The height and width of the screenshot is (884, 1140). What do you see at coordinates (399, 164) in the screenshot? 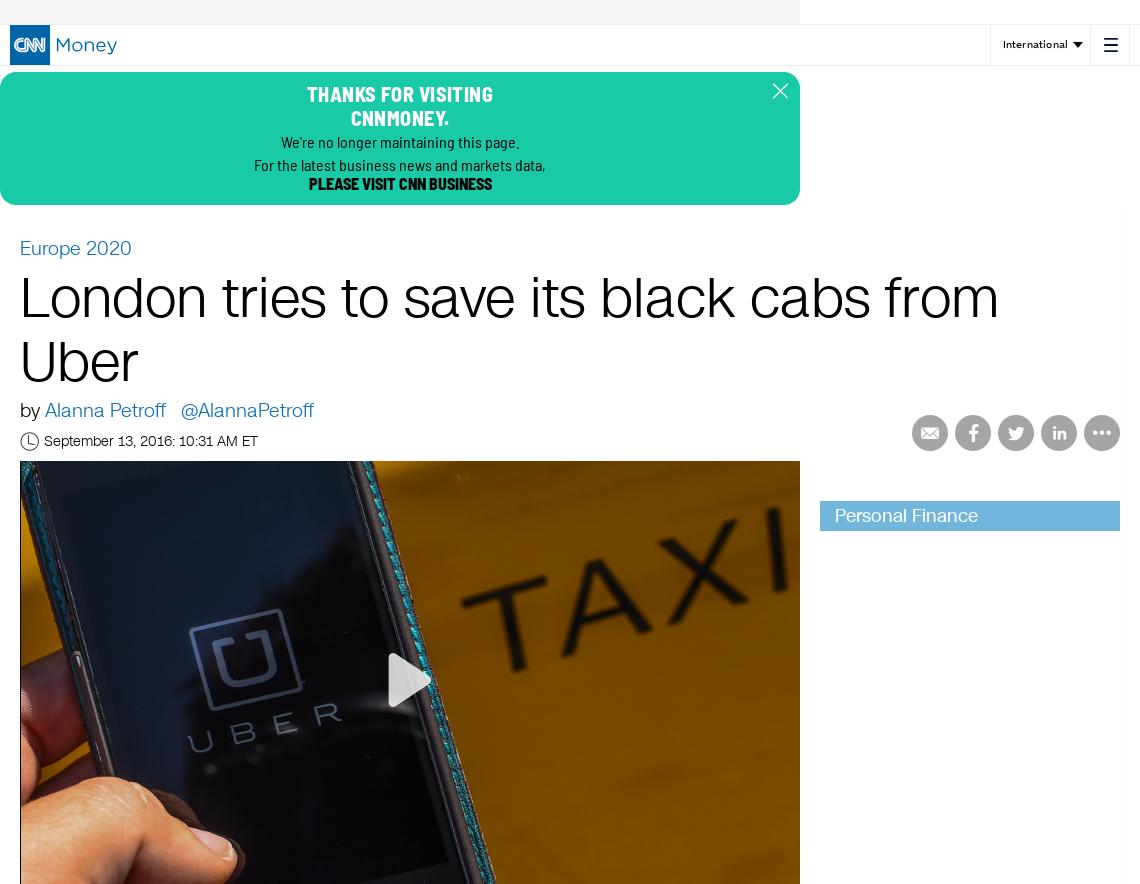
I see `'For the latest business news and markets data,'` at bounding box center [399, 164].